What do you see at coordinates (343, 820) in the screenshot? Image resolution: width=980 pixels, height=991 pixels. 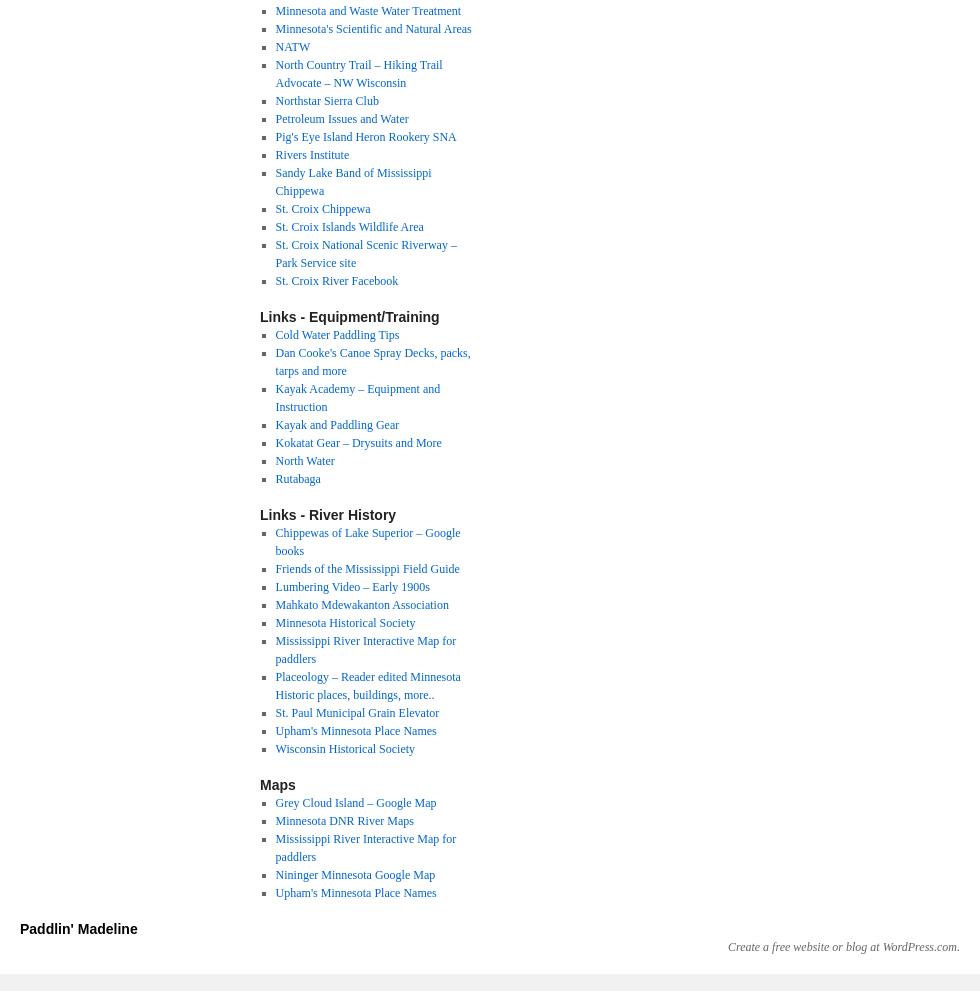 I see `'Minnesota DNR River Maps'` at bounding box center [343, 820].